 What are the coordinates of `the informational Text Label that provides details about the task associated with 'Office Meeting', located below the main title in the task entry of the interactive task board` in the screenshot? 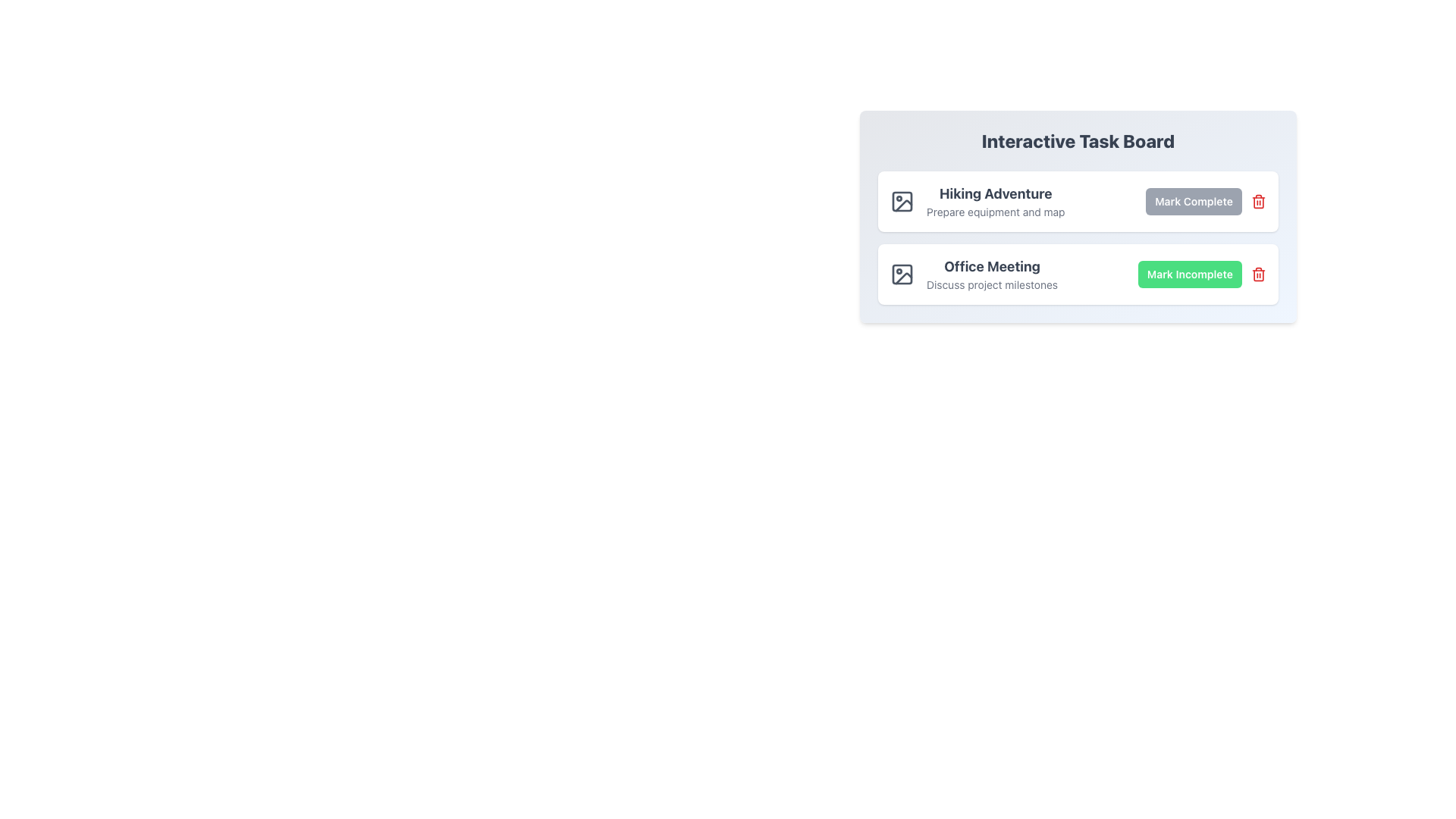 It's located at (992, 284).